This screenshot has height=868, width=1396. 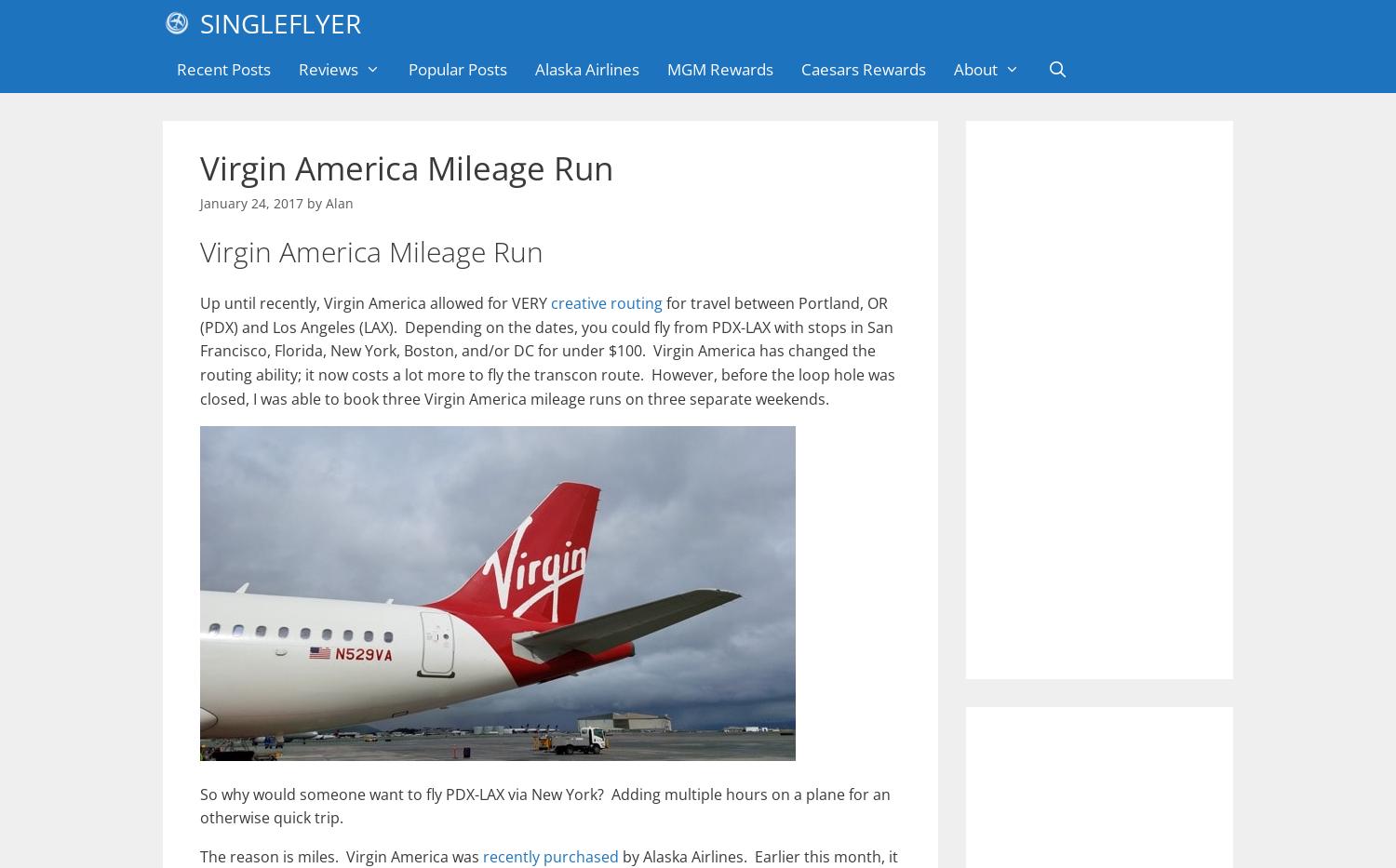 What do you see at coordinates (974, 69) in the screenshot?
I see `'About'` at bounding box center [974, 69].